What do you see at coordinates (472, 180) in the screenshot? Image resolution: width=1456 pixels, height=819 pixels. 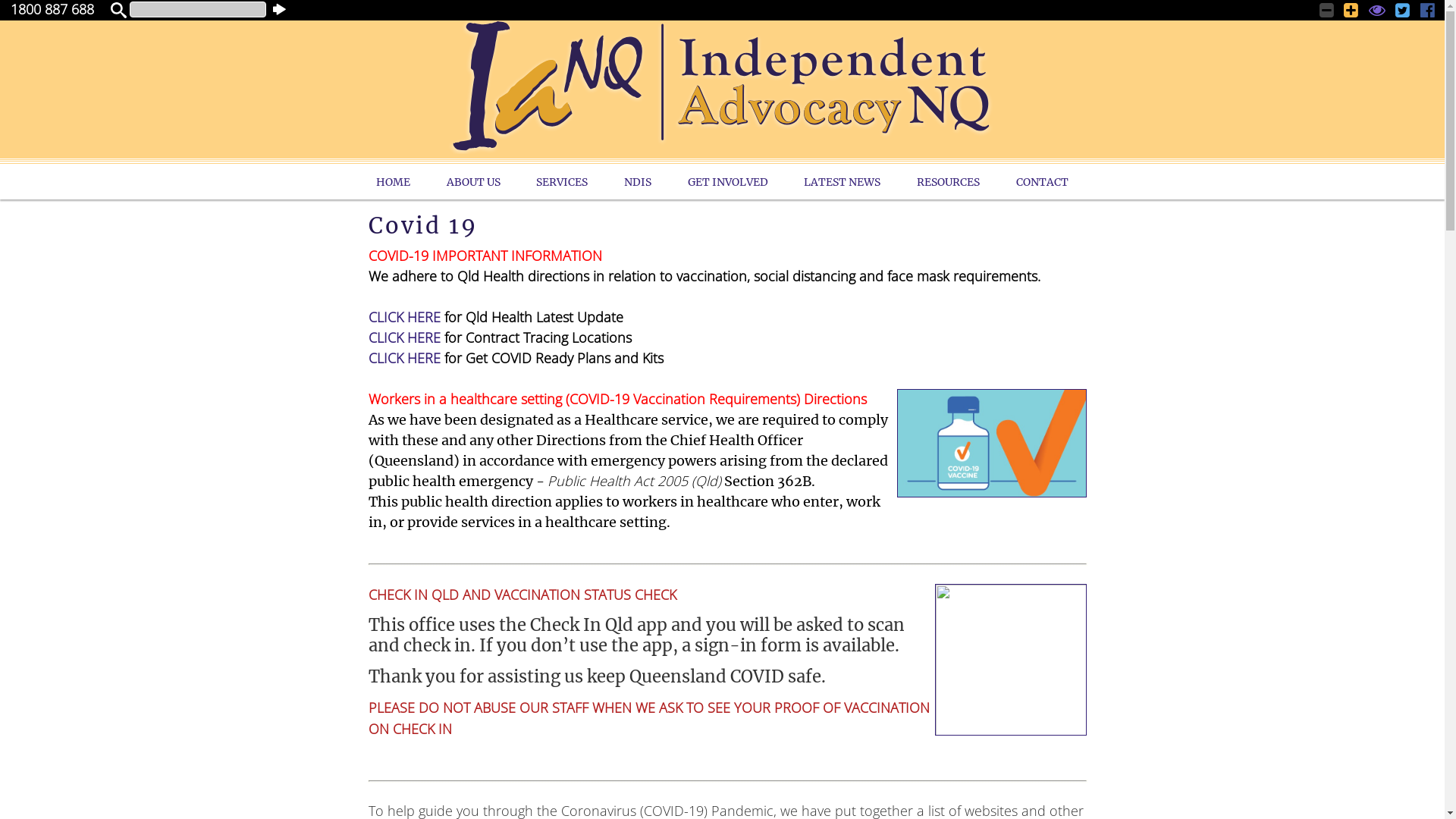 I see `'ABOUT US'` at bounding box center [472, 180].